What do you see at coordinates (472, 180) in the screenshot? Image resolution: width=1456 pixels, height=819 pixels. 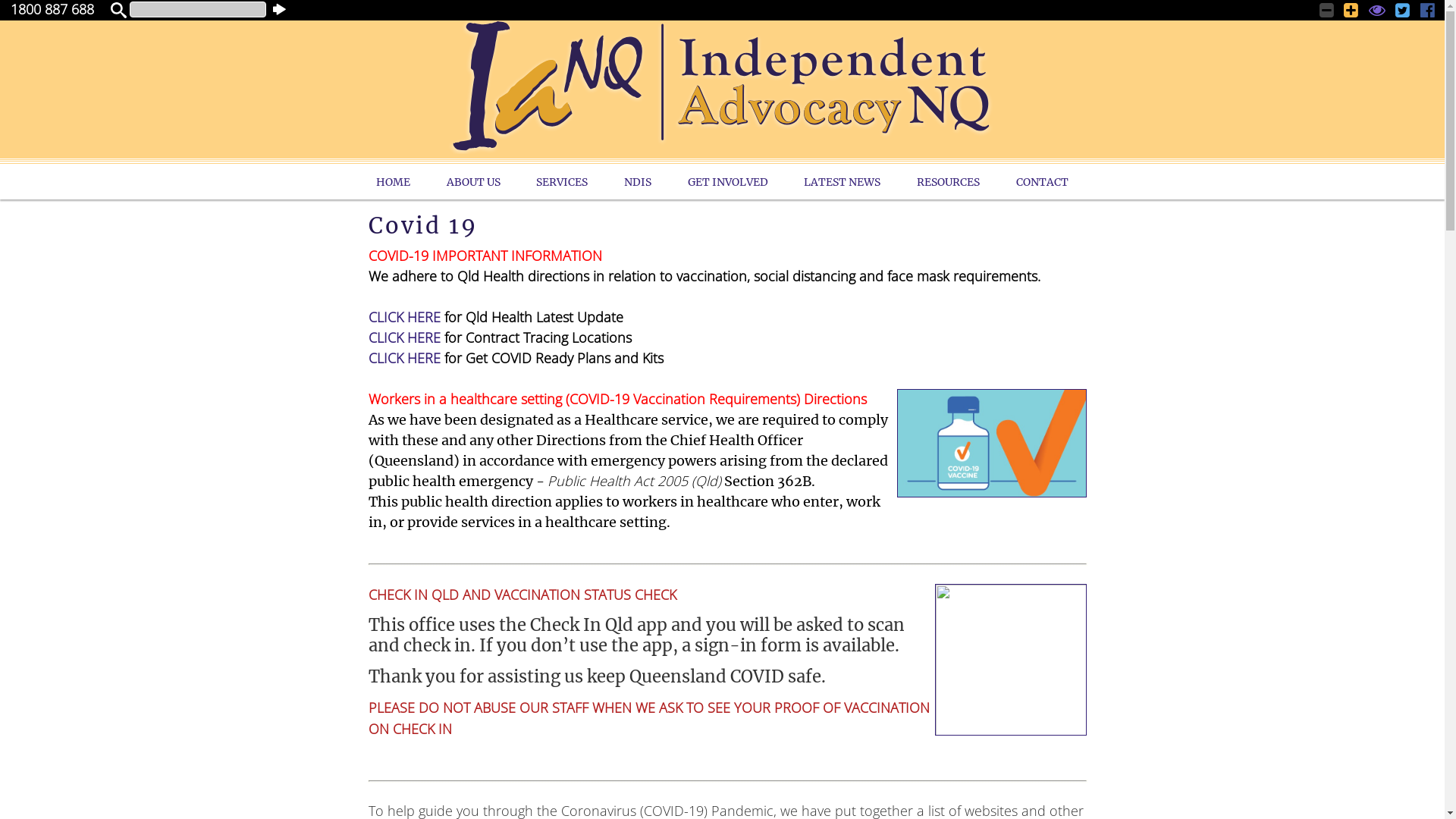 I see `'ABOUT US'` at bounding box center [472, 180].